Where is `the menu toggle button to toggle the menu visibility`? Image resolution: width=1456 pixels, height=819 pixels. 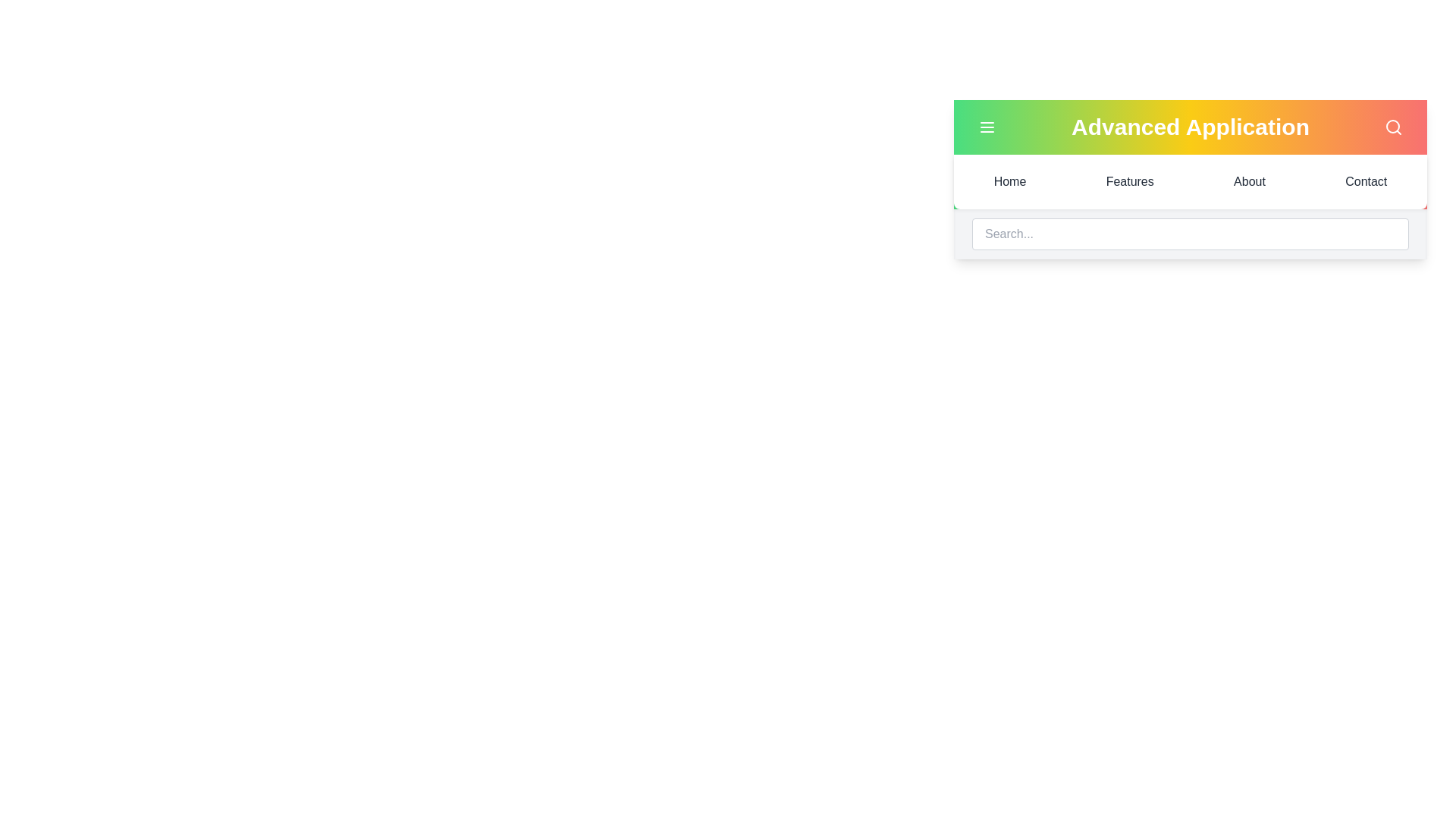 the menu toggle button to toggle the menu visibility is located at coordinates (987, 127).